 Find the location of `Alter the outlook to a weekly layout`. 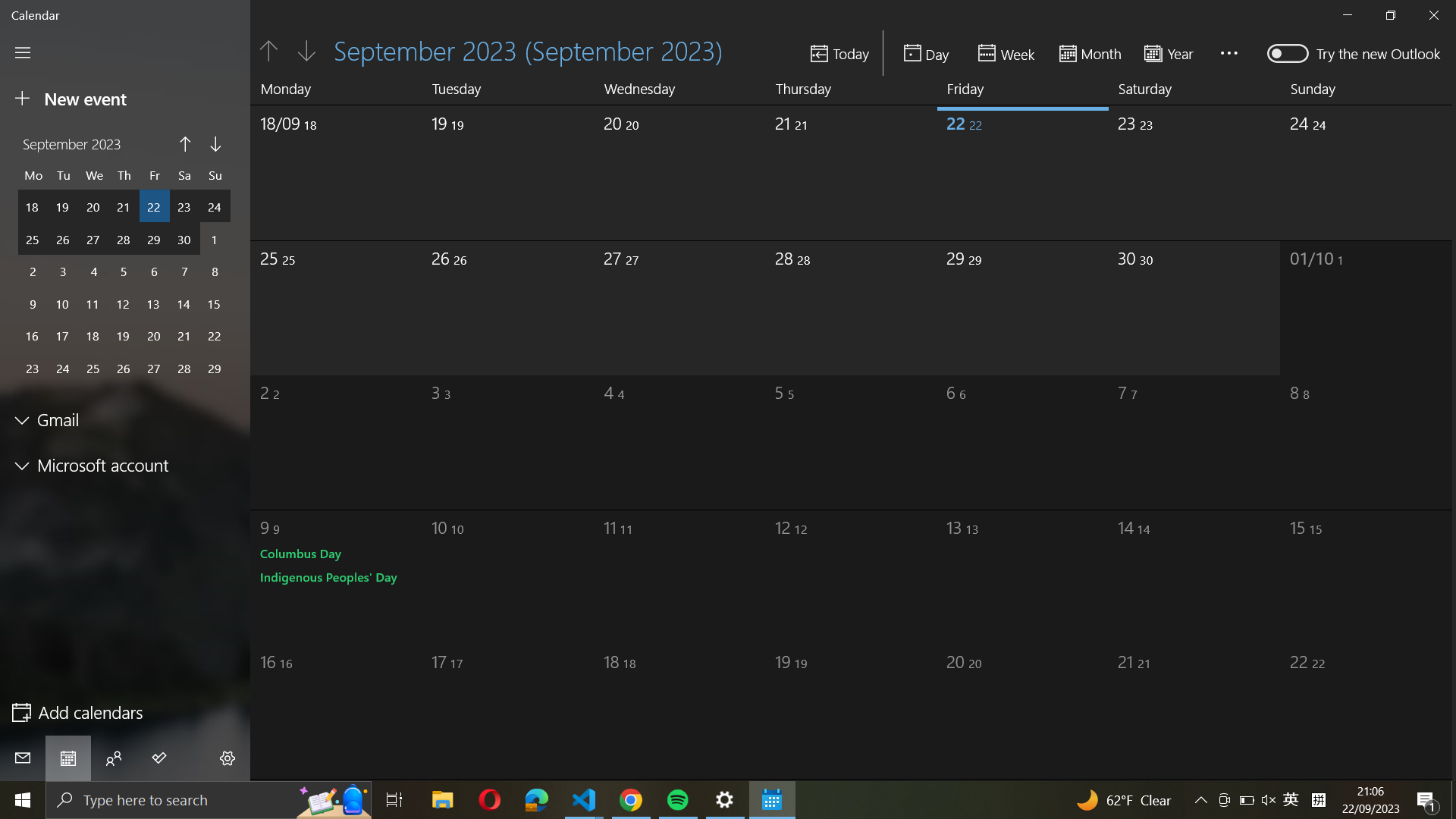

Alter the outlook to a weekly layout is located at coordinates (1008, 52).